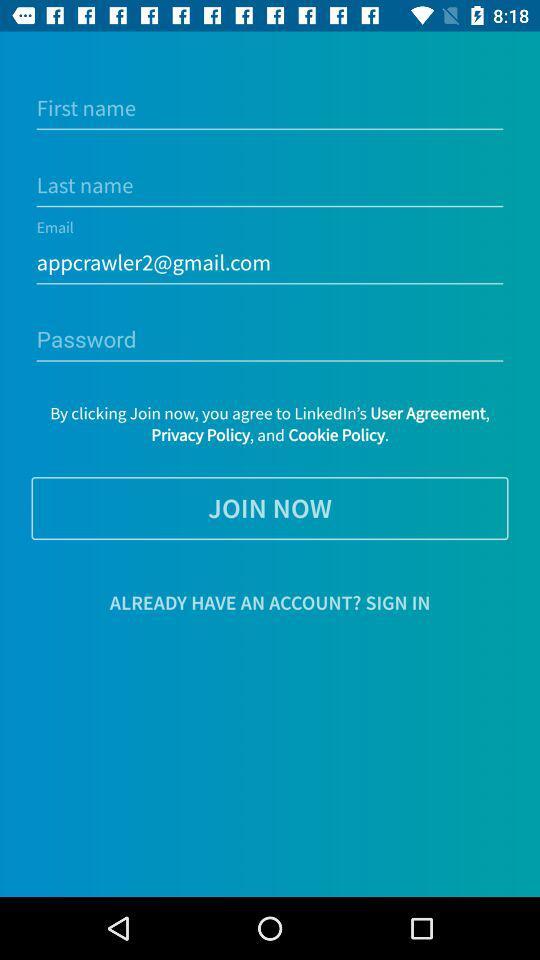 Image resolution: width=540 pixels, height=960 pixels. I want to click on already have an item, so click(270, 601).